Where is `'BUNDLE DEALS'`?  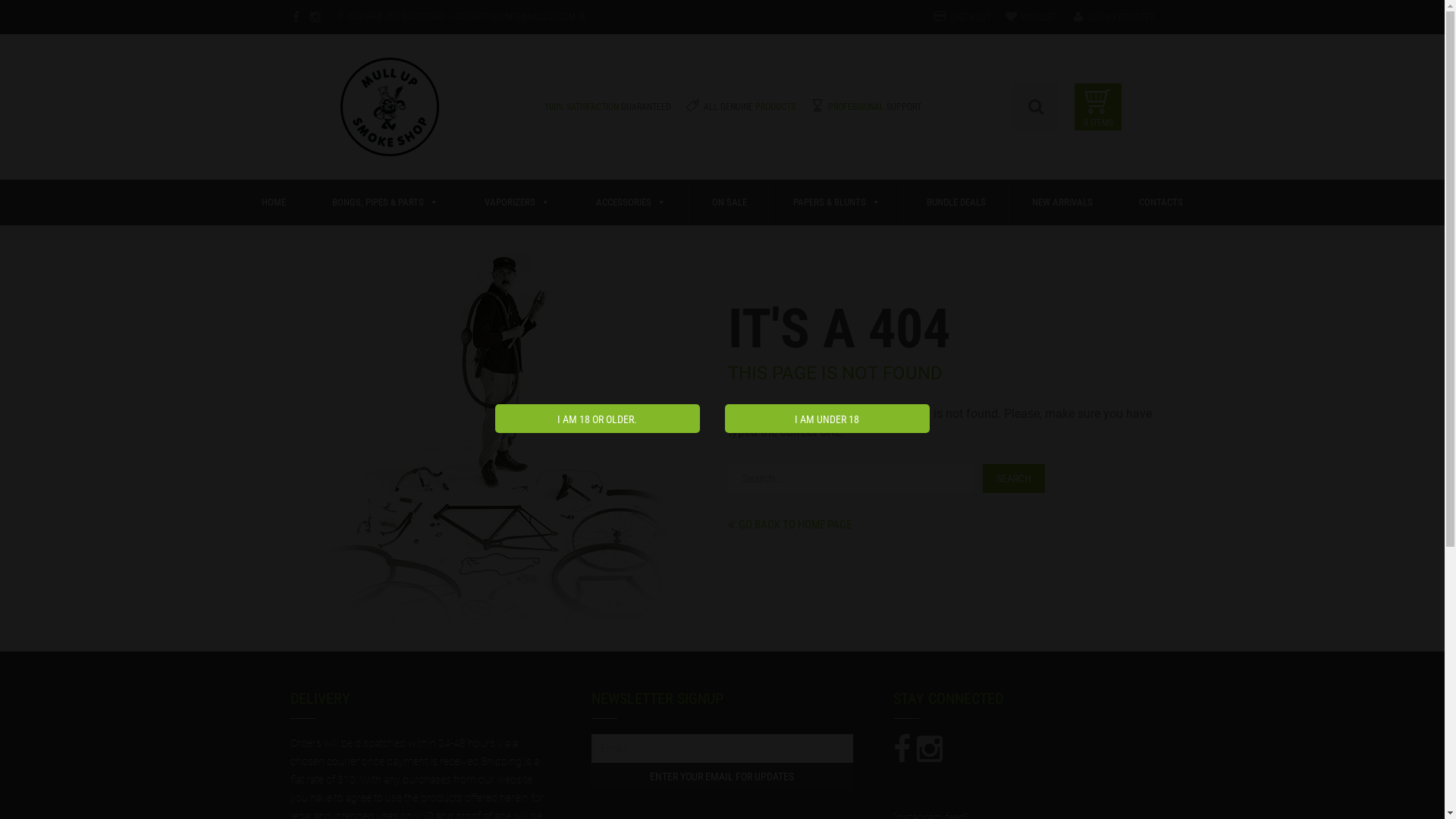 'BUNDLE DEALS' is located at coordinates (955, 201).